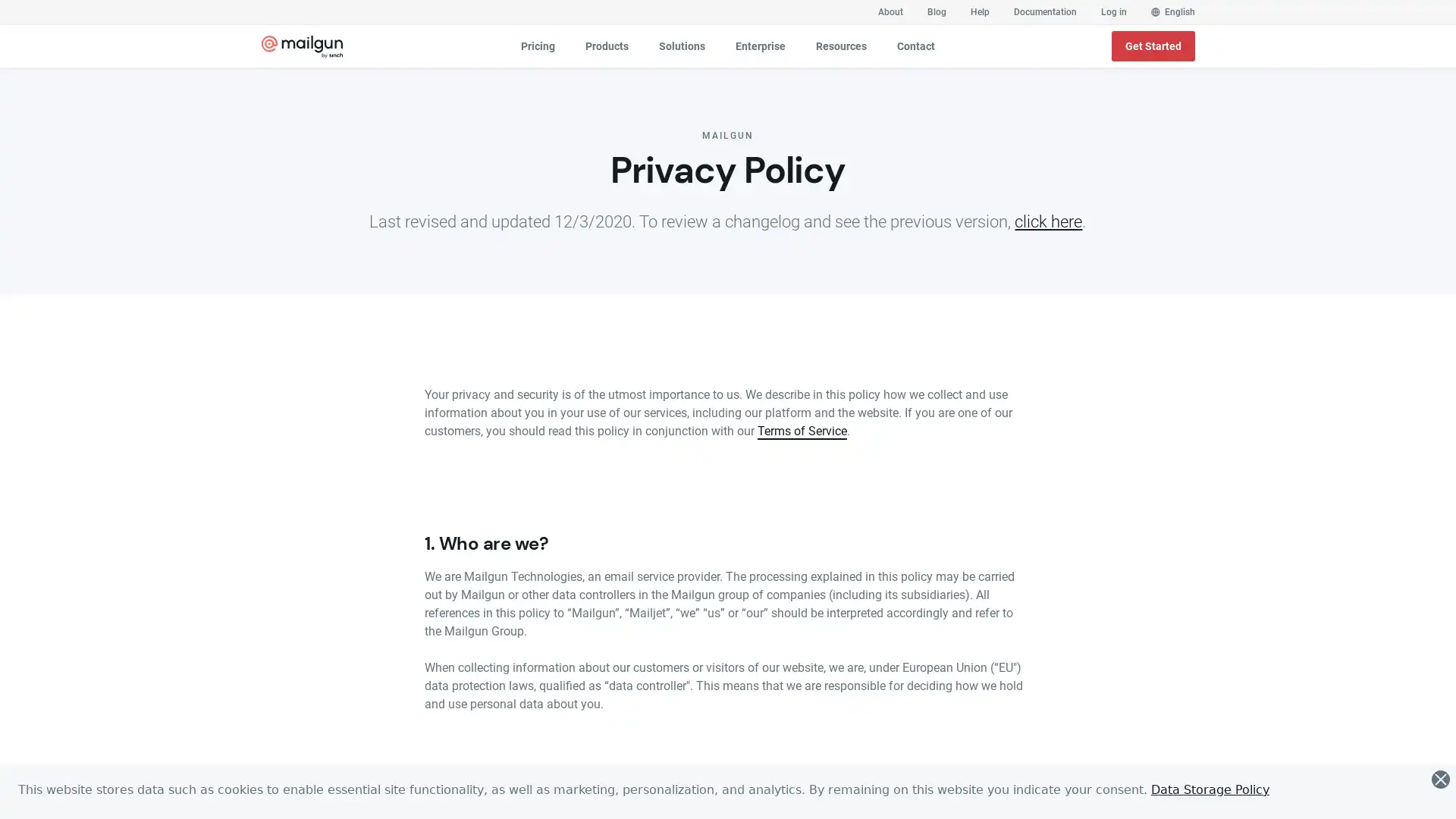 The height and width of the screenshot is (819, 1456). Describe the element at coordinates (890, 11) in the screenshot. I see `About` at that location.